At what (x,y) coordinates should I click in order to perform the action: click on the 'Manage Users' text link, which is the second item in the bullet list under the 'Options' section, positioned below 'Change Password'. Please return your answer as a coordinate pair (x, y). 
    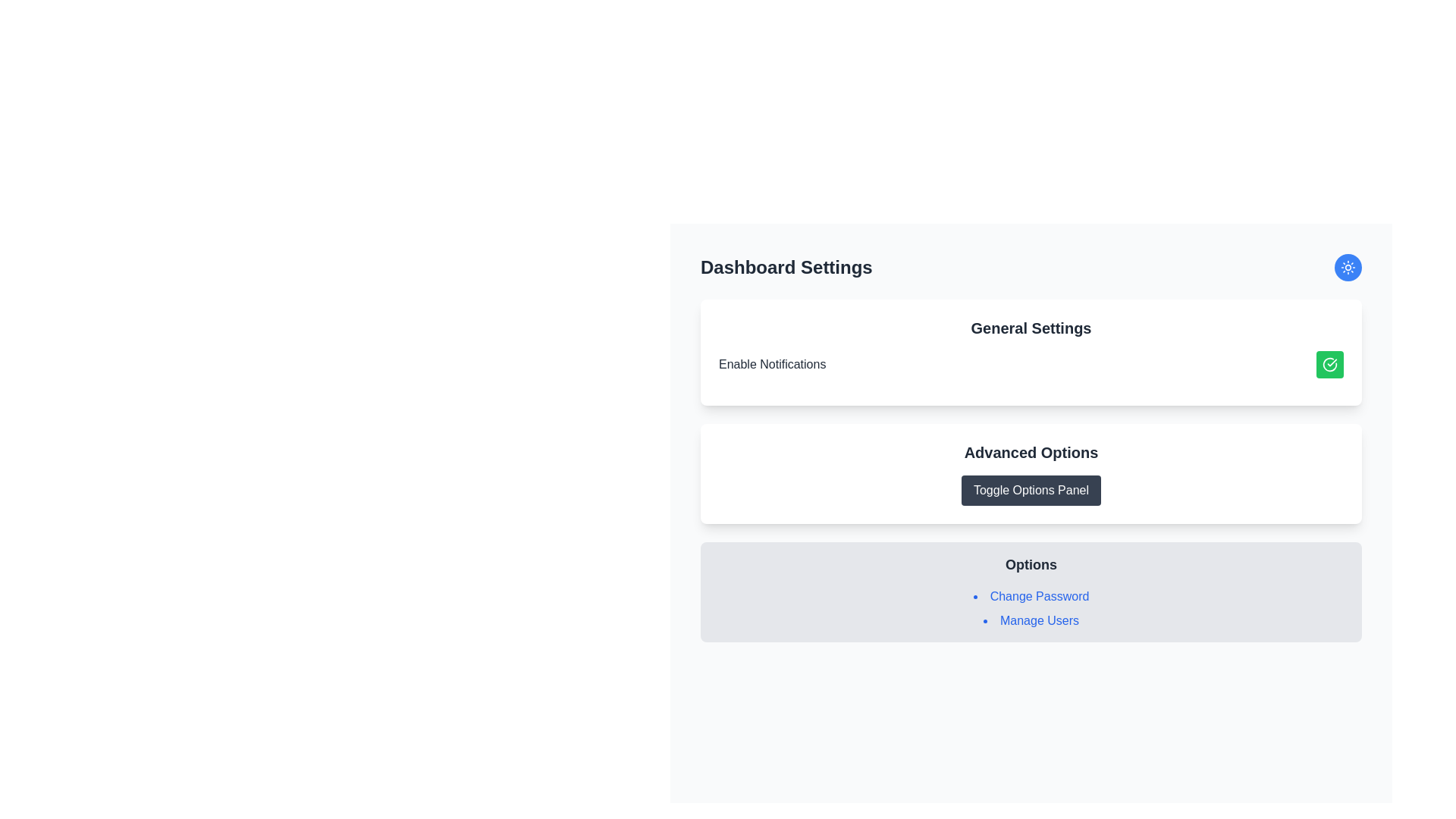
    Looking at the image, I should click on (1031, 620).